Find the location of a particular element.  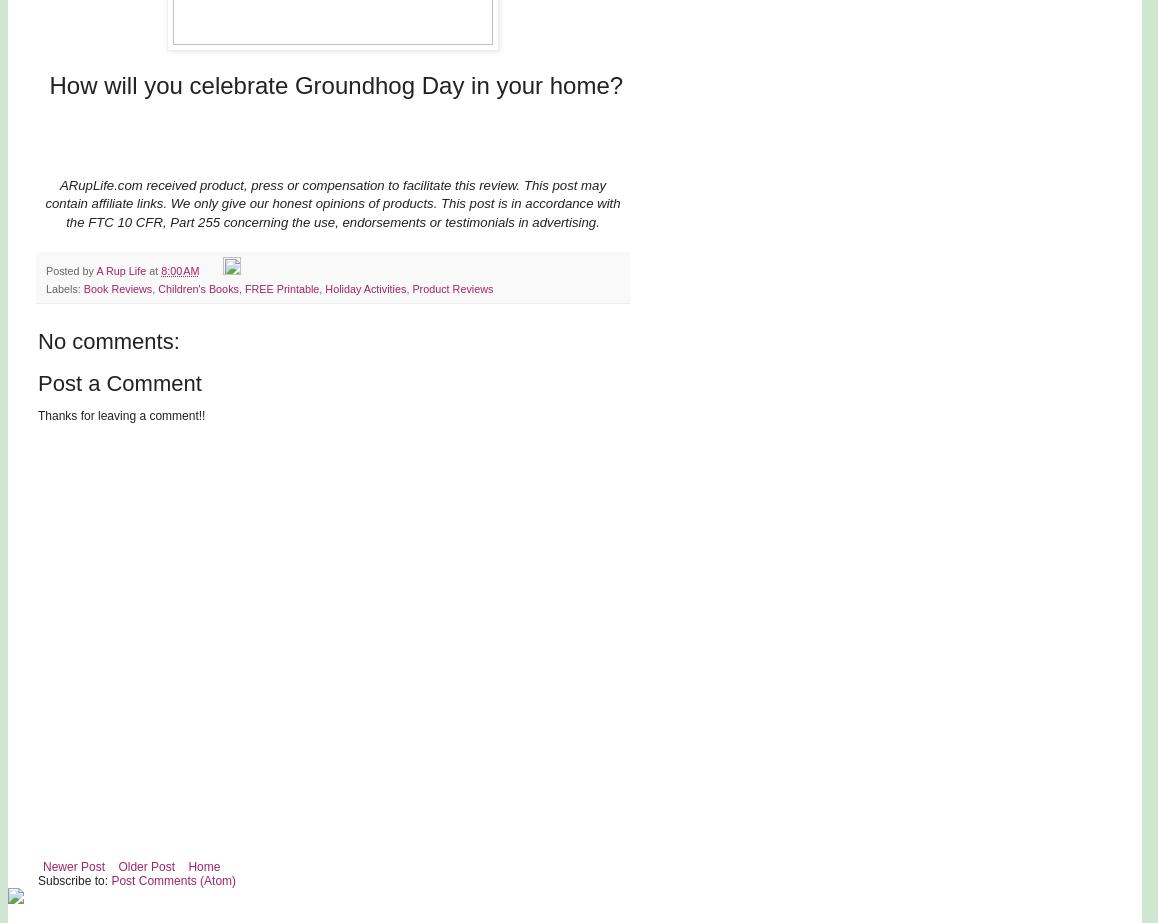

'Holiday Activities' is located at coordinates (364, 287).